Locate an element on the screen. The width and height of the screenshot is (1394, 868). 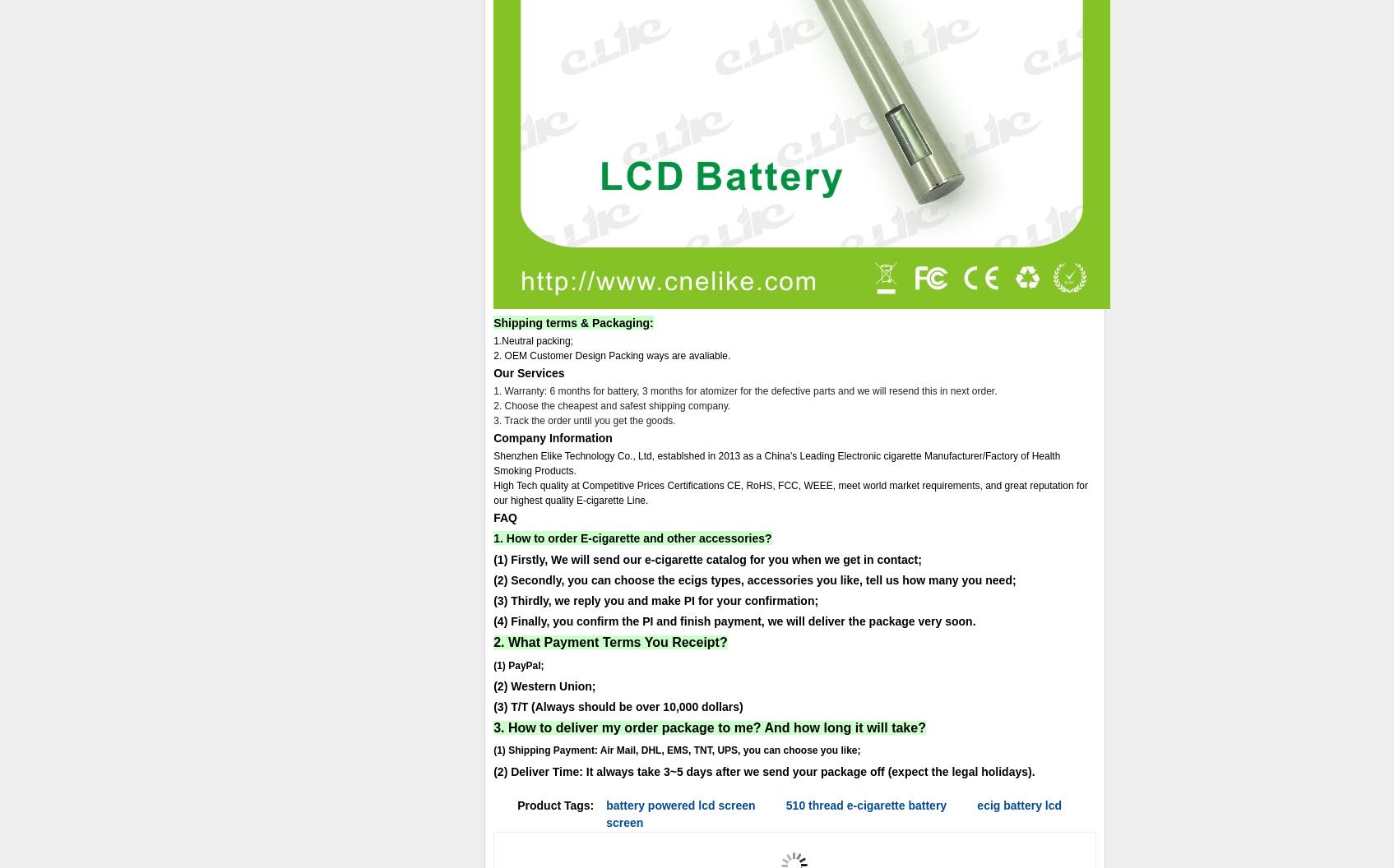
'Our Services' is located at coordinates (528, 372).